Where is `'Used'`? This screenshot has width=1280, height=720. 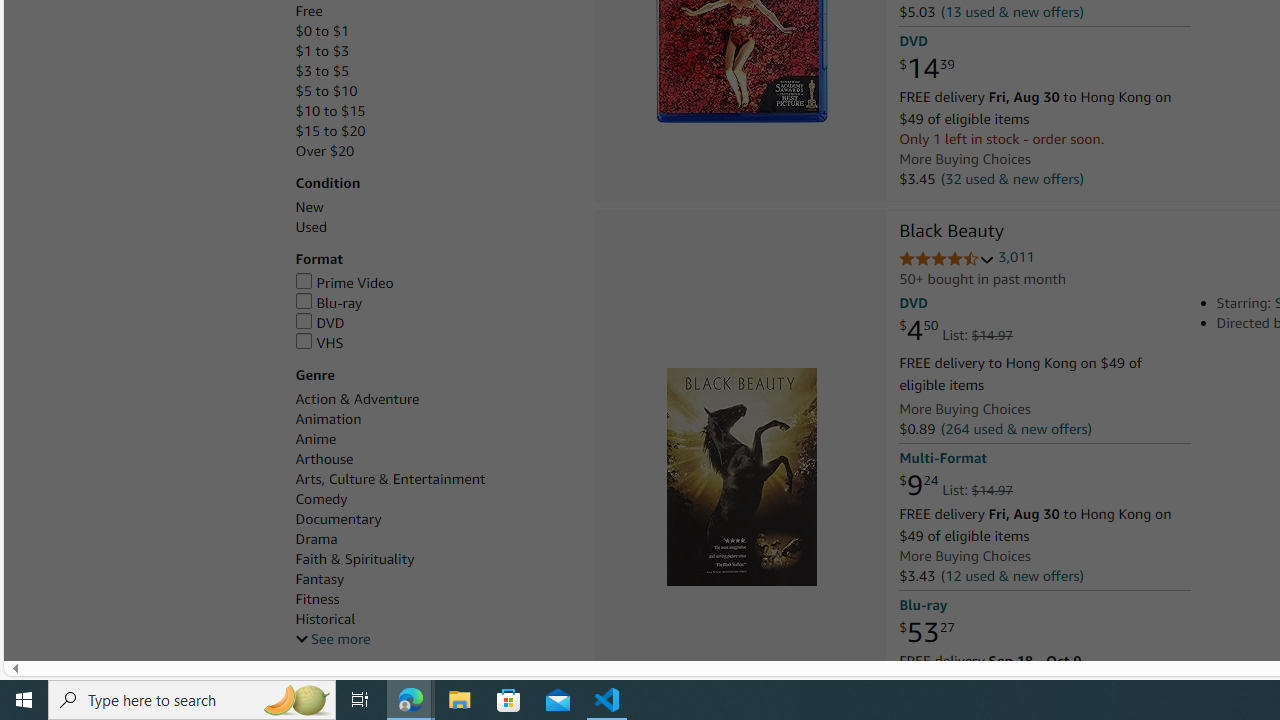
'Used' is located at coordinates (433, 226).